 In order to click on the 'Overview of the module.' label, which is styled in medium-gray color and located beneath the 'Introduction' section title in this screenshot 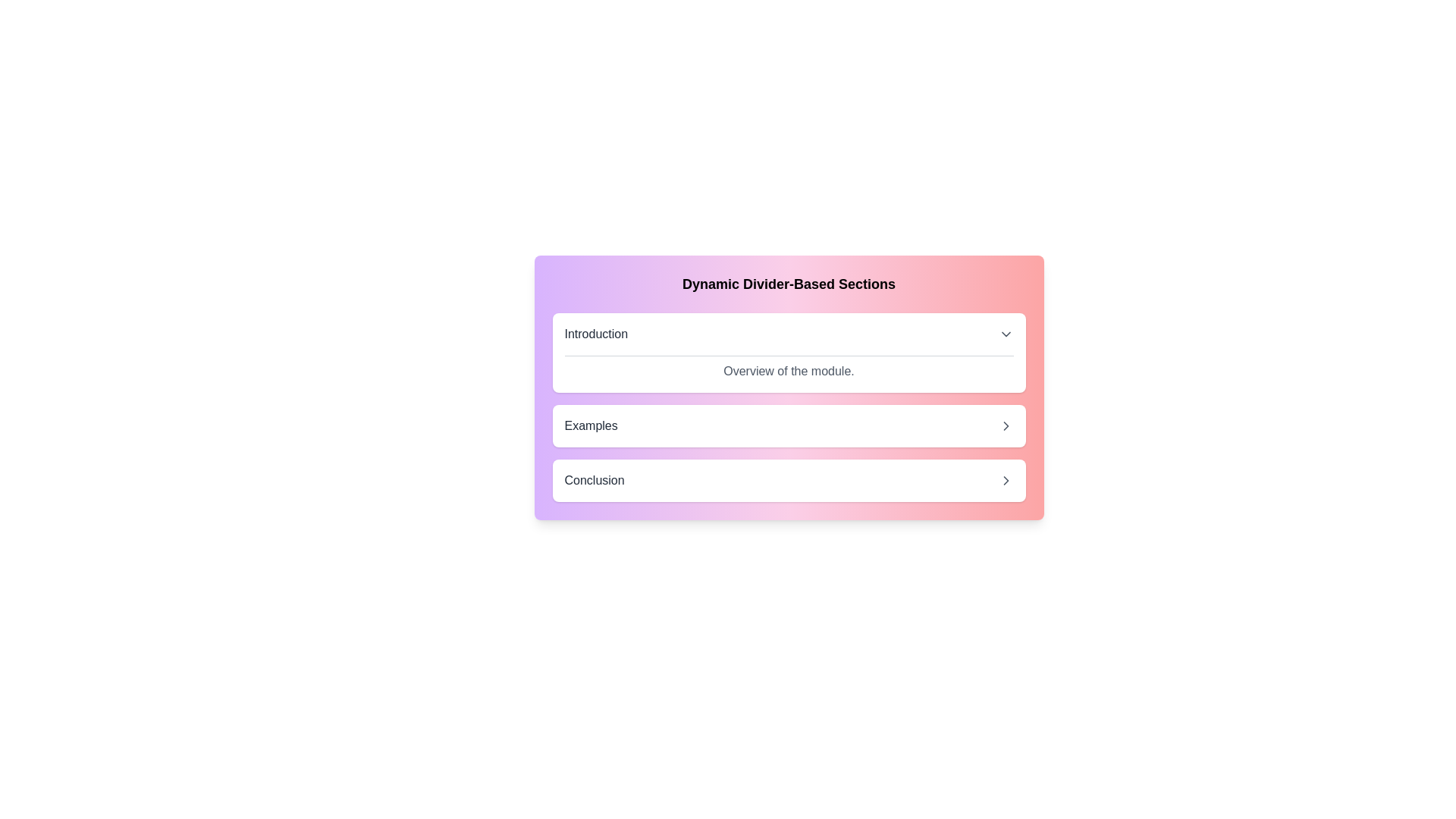, I will do `click(789, 362)`.